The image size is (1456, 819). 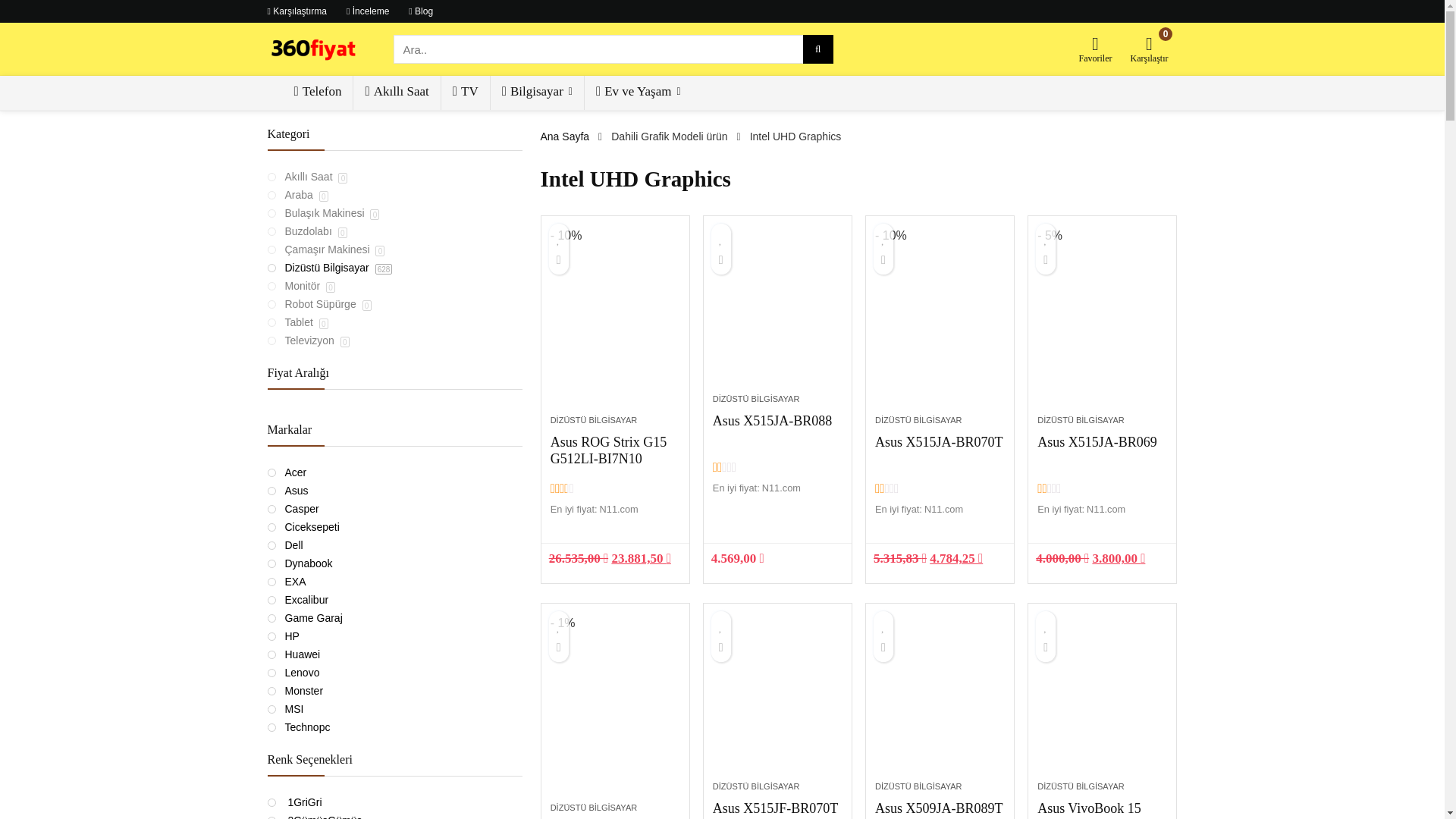 I want to click on 'Ana Sayfa', so click(x=539, y=136).